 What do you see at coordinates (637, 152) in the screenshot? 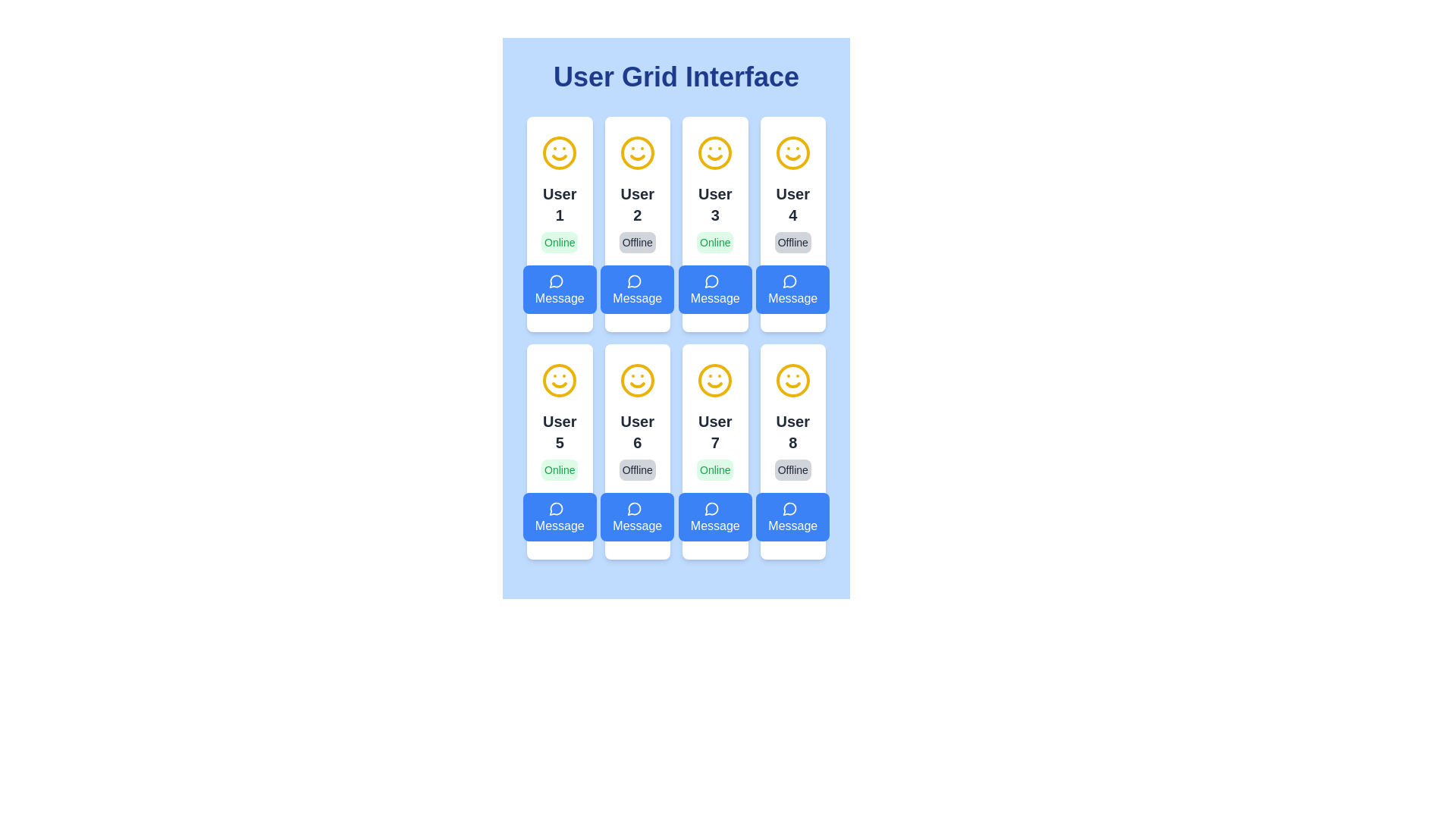
I see `the circular smiley face icon with a yellow outline, positioned above the text 'User 2' in the user card layout` at bounding box center [637, 152].